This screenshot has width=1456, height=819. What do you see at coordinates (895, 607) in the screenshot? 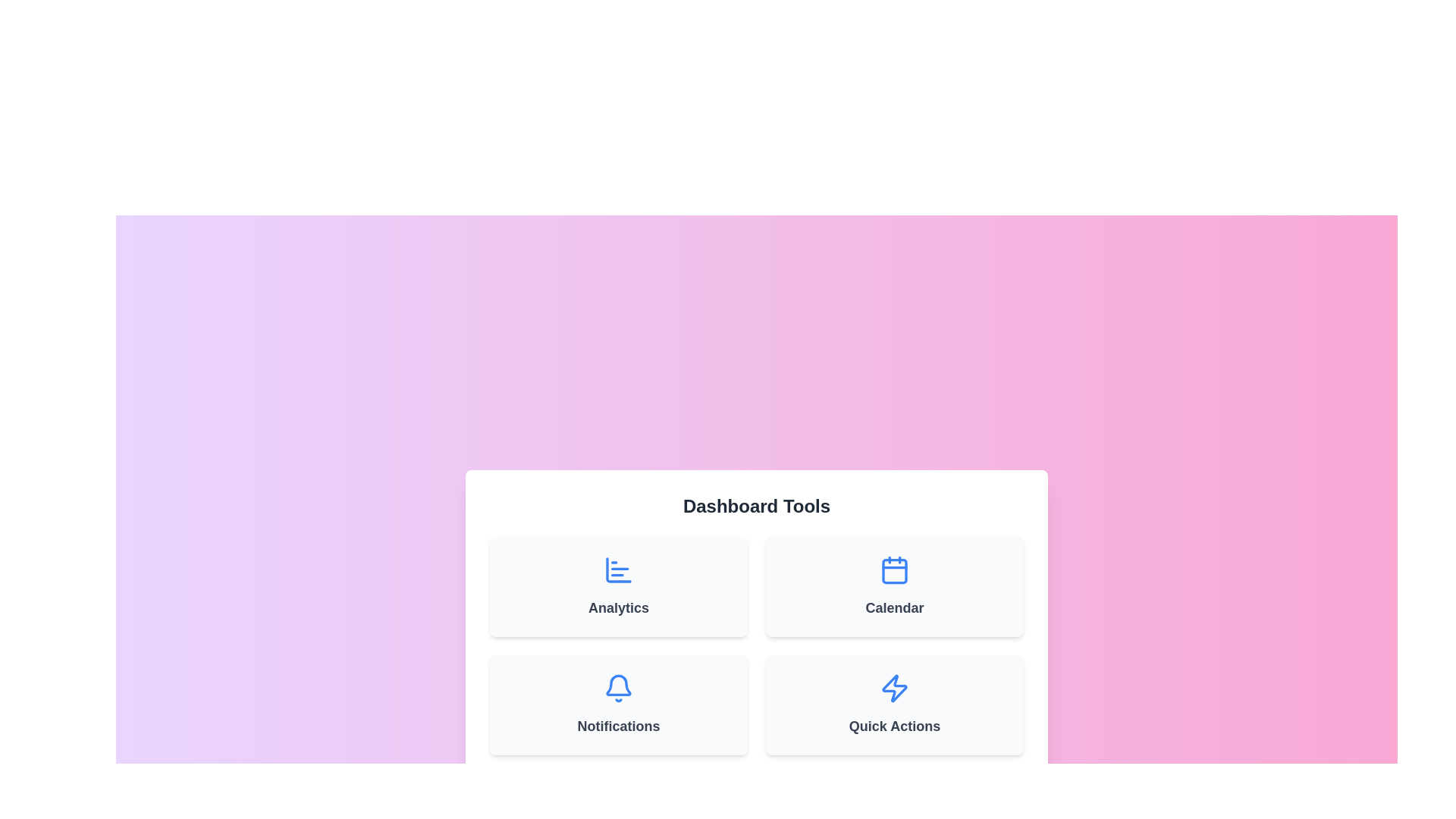
I see `text label 'Calendar' which is styled in bold and dark gray, located in the upper-right card of the dashboard tools` at bounding box center [895, 607].